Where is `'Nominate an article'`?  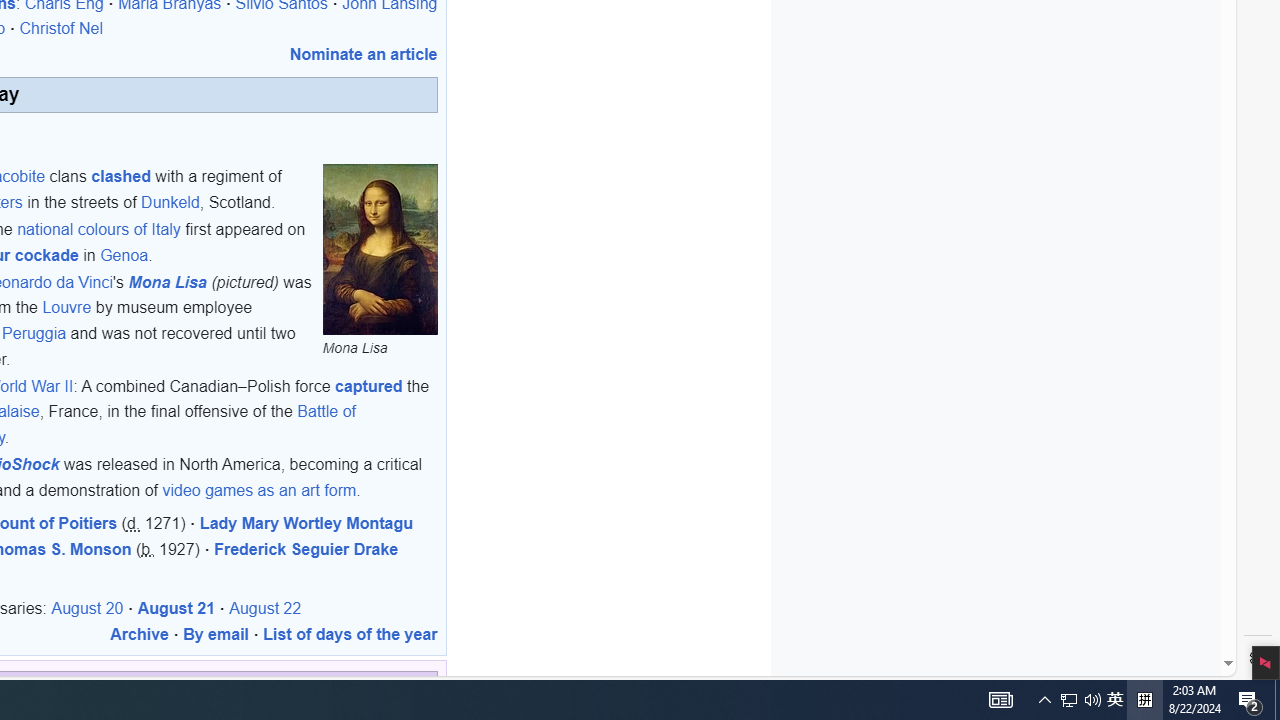
'Nominate an article' is located at coordinates (363, 53).